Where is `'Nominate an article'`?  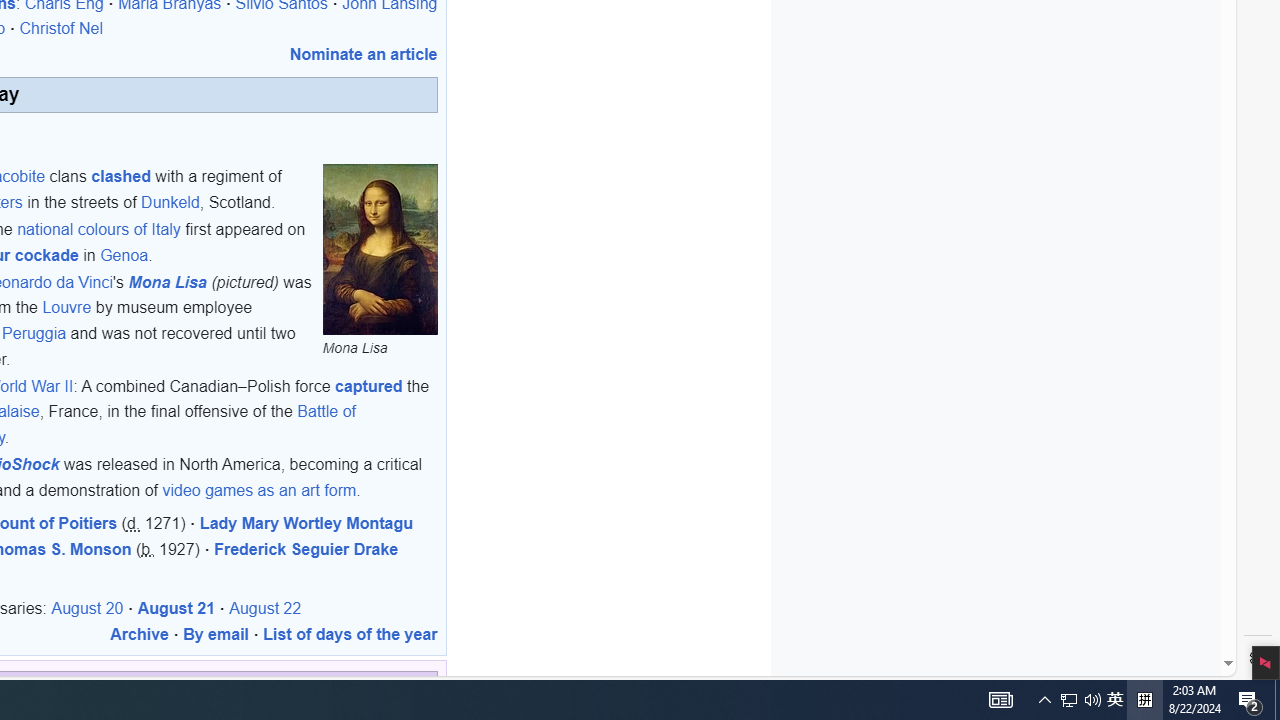
'Nominate an article' is located at coordinates (363, 53).